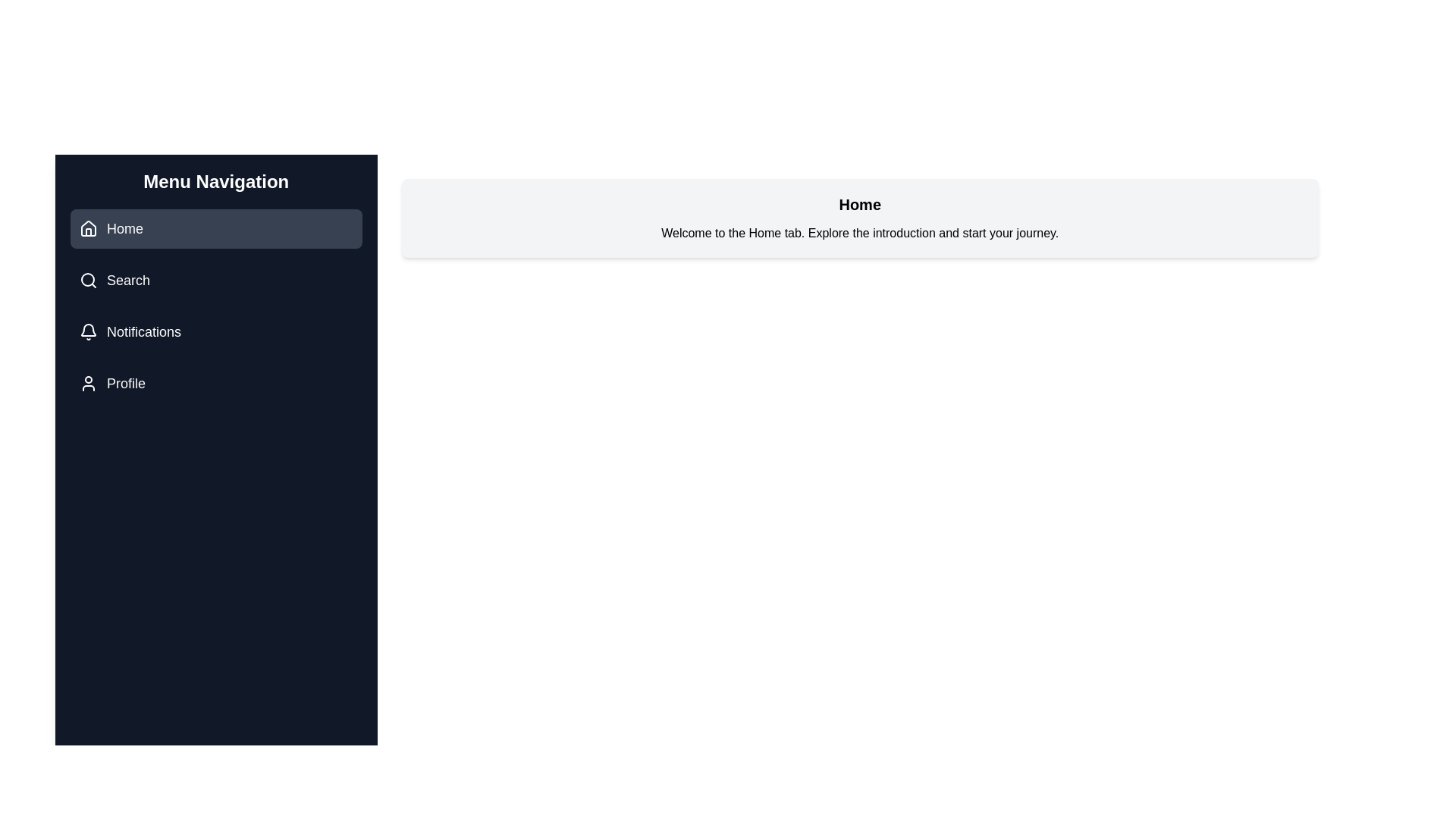  Describe the element at coordinates (215, 281) in the screenshot. I see `the tab Search to observe its icon and title` at that location.